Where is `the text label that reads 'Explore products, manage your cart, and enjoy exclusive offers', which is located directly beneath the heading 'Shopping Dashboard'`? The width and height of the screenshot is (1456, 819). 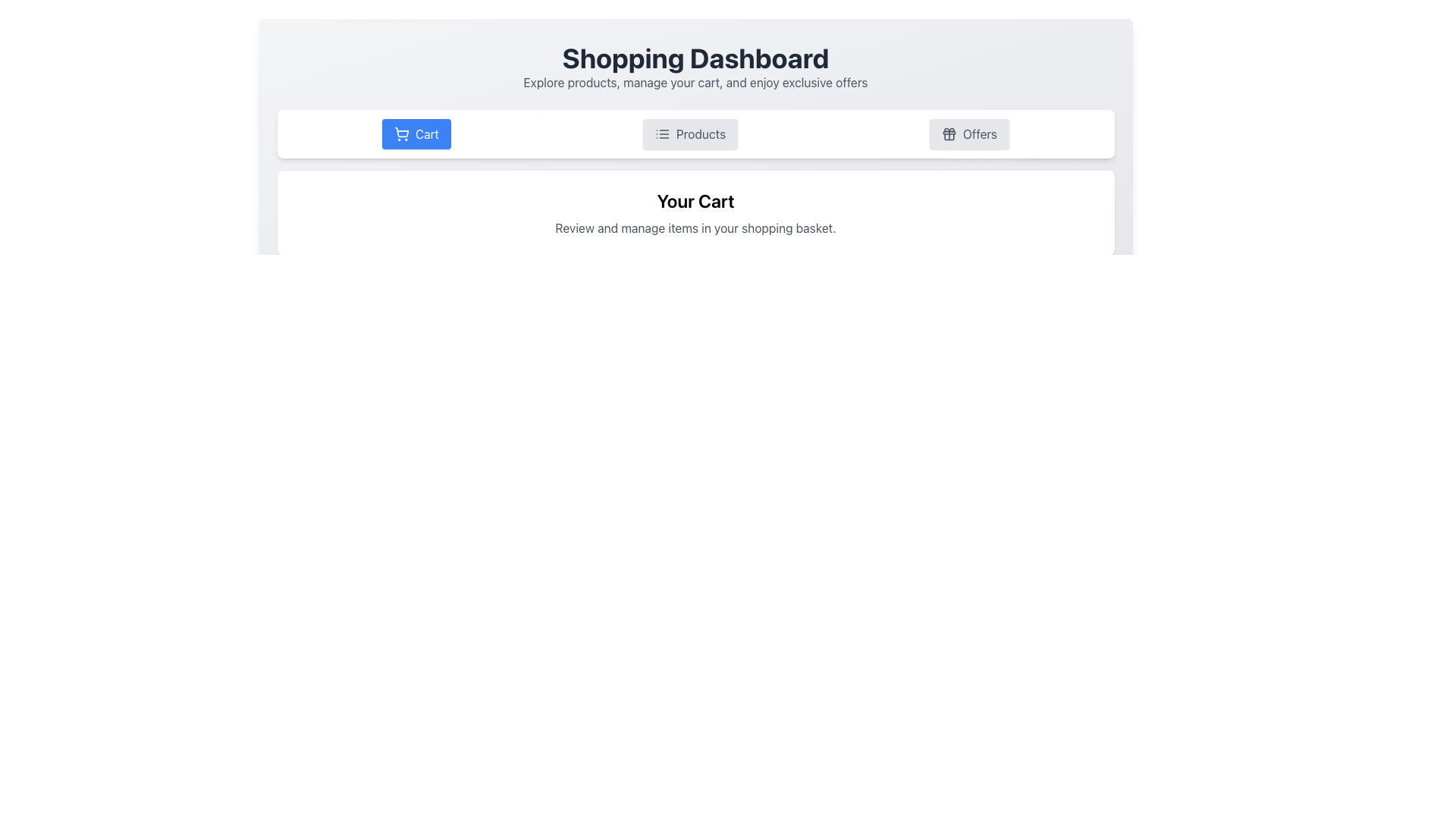 the text label that reads 'Explore products, manage your cart, and enjoy exclusive offers', which is located directly beneath the heading 'Shopping Dashboard' is located at coordinates (695, 82).